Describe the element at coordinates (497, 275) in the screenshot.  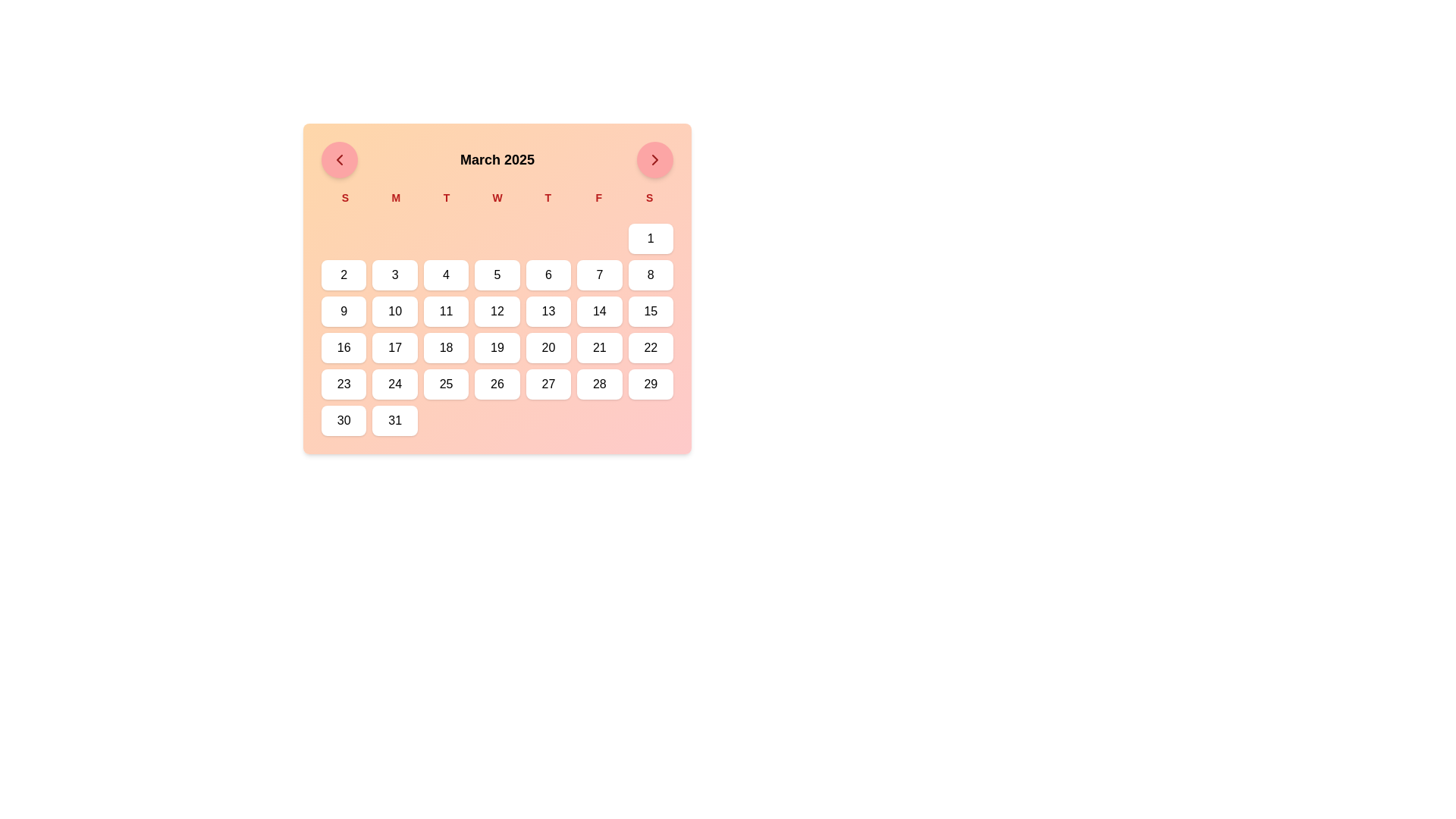
I see `the button representing the date 5th of March 2025` at that location.